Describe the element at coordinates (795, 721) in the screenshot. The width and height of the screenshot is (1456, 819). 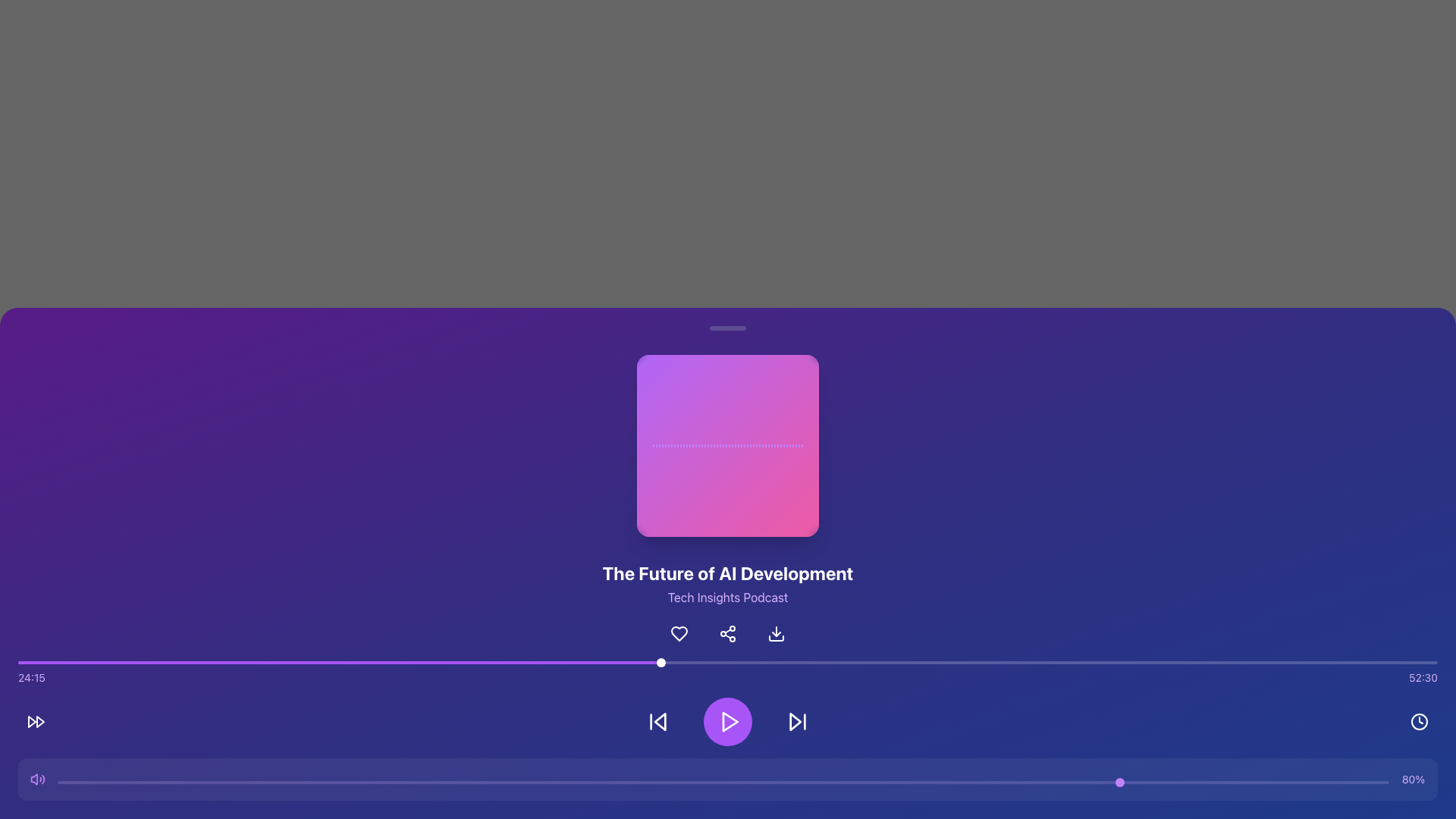
I see `the rightmost triangular-shaped arrow button in the playback controls to skip forward` at that location.